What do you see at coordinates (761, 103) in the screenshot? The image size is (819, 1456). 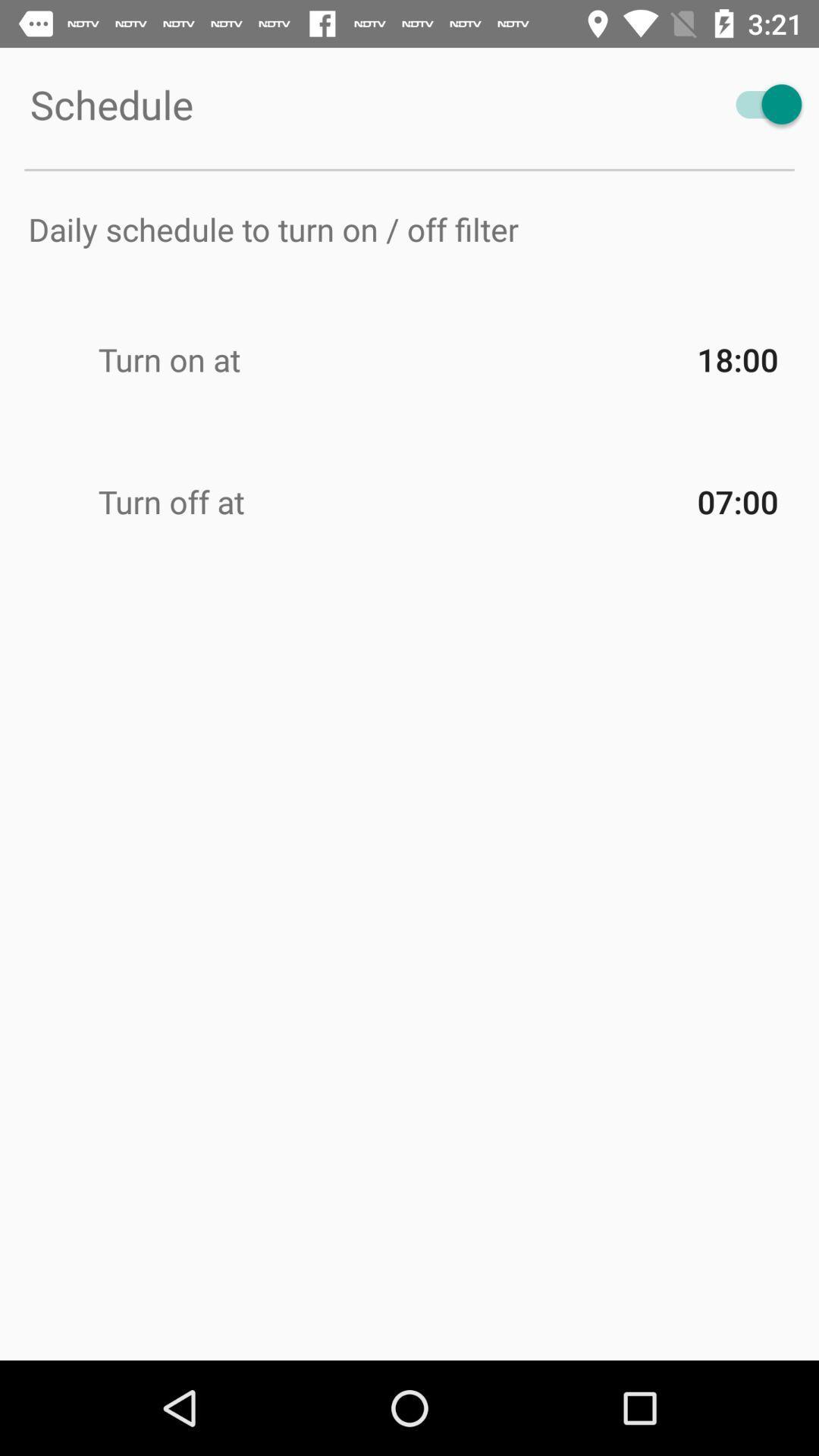 I see `item to the right of schedule` at bounding box center [761, 103].